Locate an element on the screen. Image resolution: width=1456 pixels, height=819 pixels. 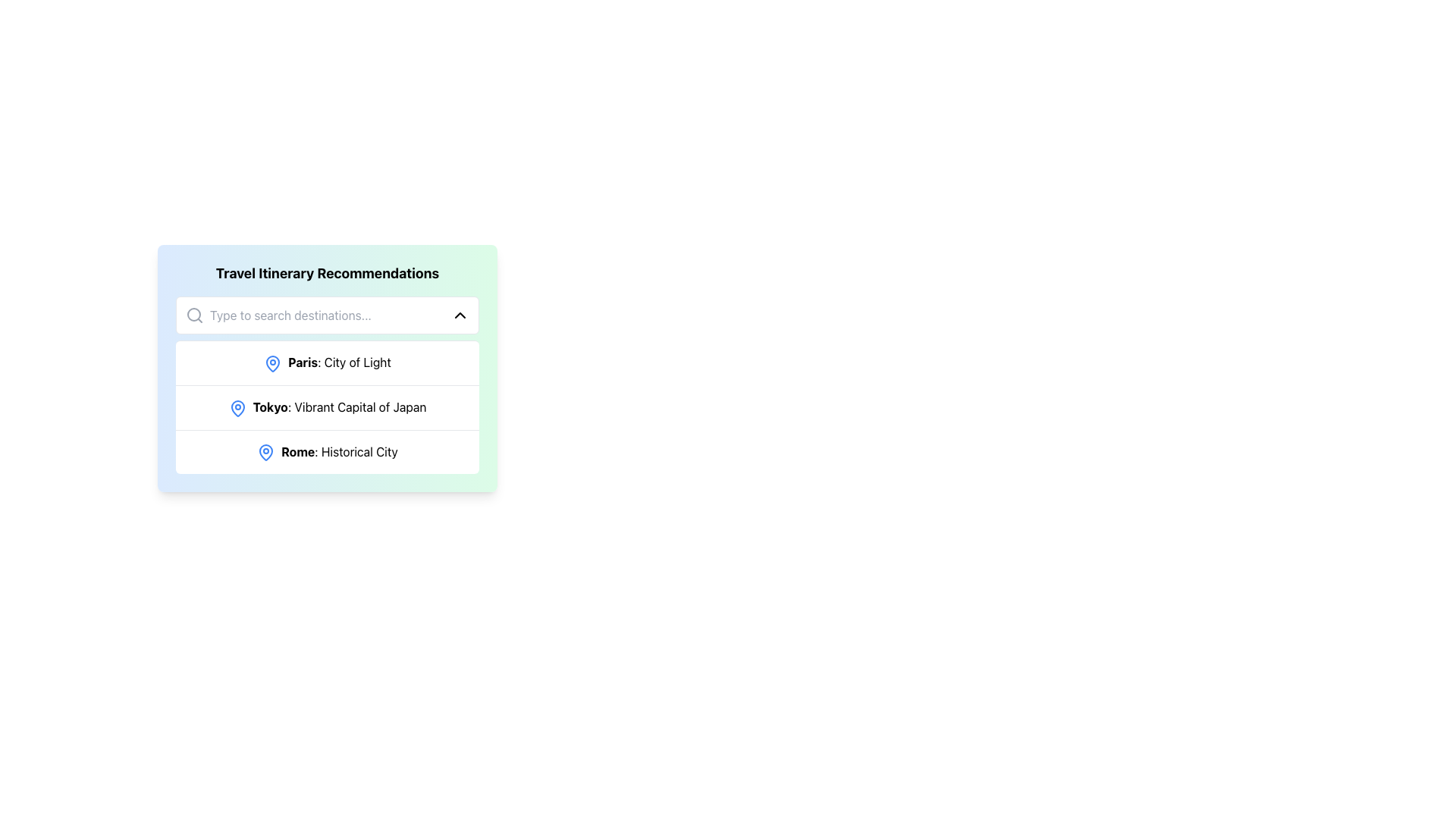
the Search bar with an input field and dropdown control is located at coordinates (327, 315).